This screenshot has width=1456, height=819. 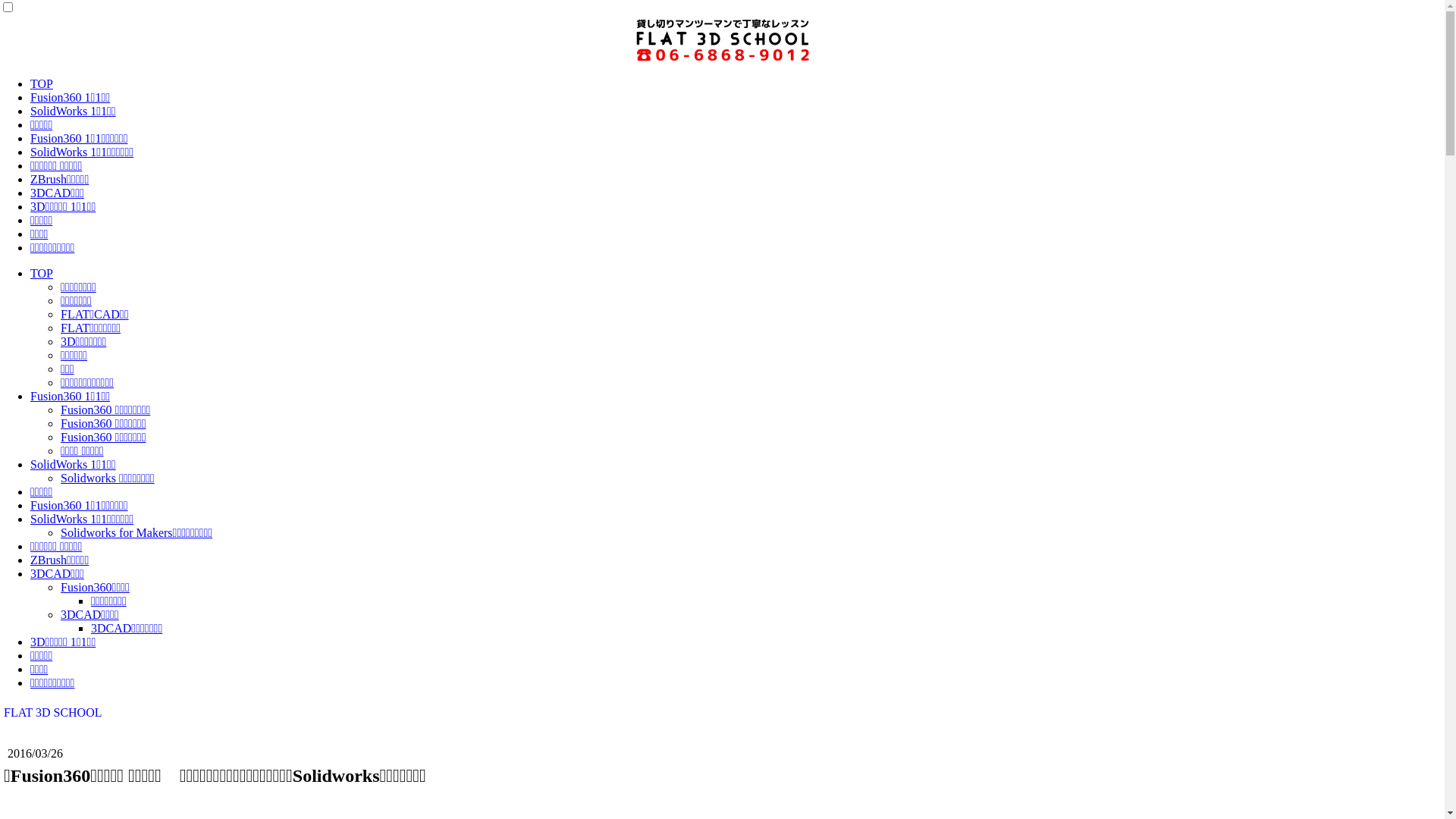 What do you see at coordinates (41, 273) in the screenshot?
I see `'TOP'` at bounding box center [41, 273].